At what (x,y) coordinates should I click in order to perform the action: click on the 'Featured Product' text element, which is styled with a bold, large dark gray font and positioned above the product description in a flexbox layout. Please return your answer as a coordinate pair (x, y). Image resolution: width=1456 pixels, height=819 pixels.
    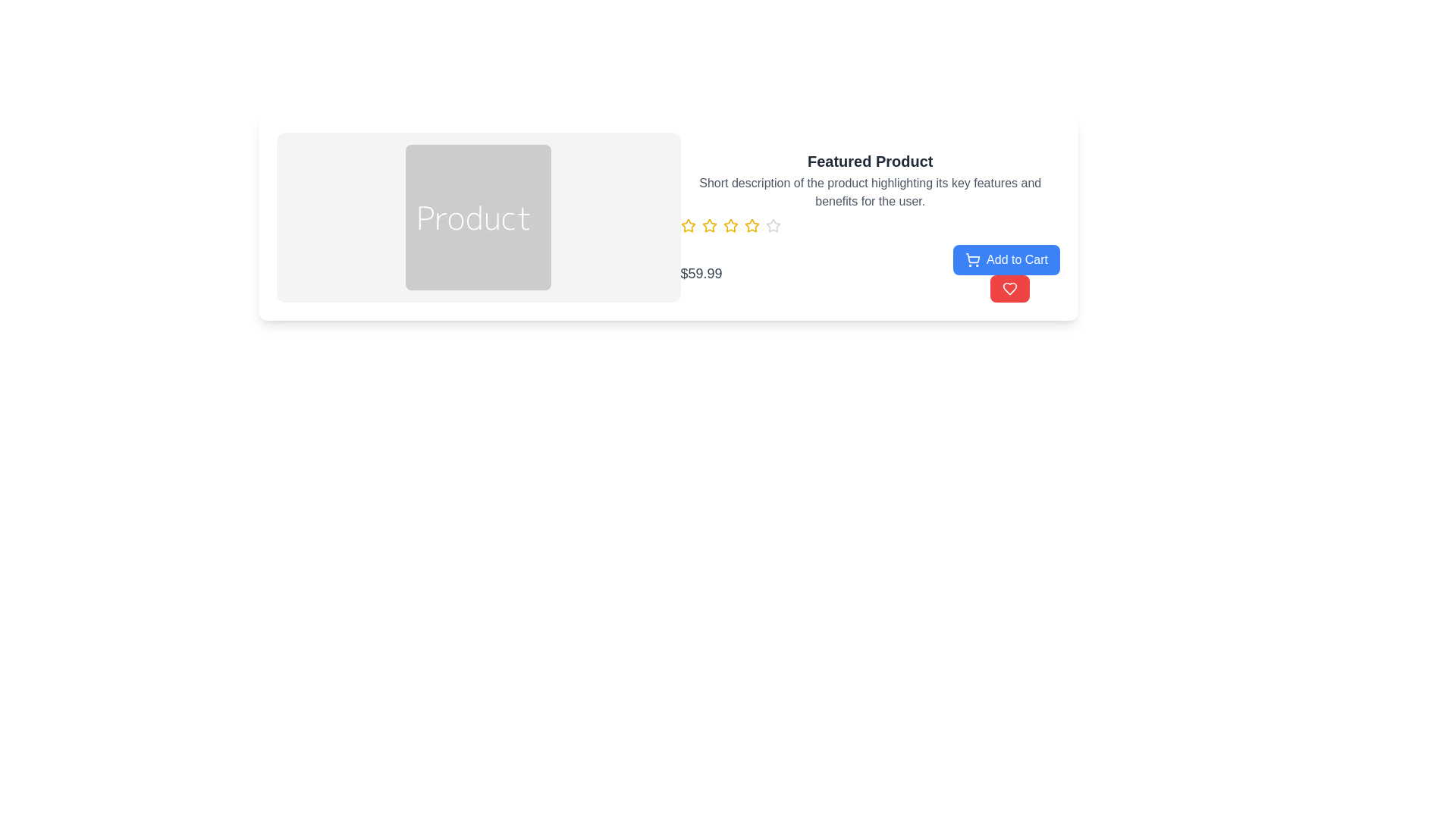
    Looking at the image, I should click on (870, 161).